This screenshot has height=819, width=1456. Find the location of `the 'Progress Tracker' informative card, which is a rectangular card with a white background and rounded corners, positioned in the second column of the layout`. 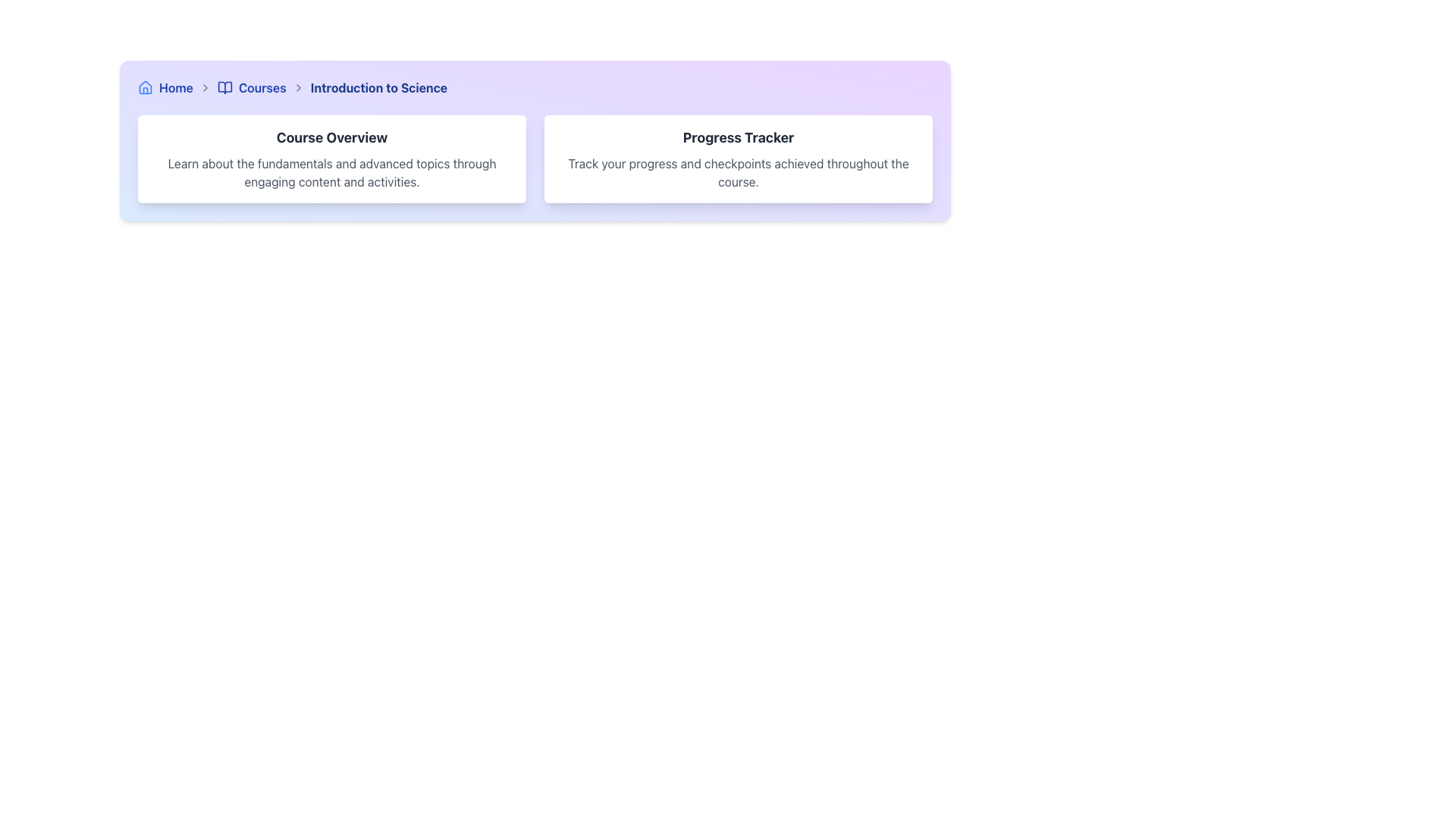

the 'Progress Tracker' informative card, which is a rectangular card with a white background and rounded corners, positioned in the second column of the layout is located at coordinates (739, 158).